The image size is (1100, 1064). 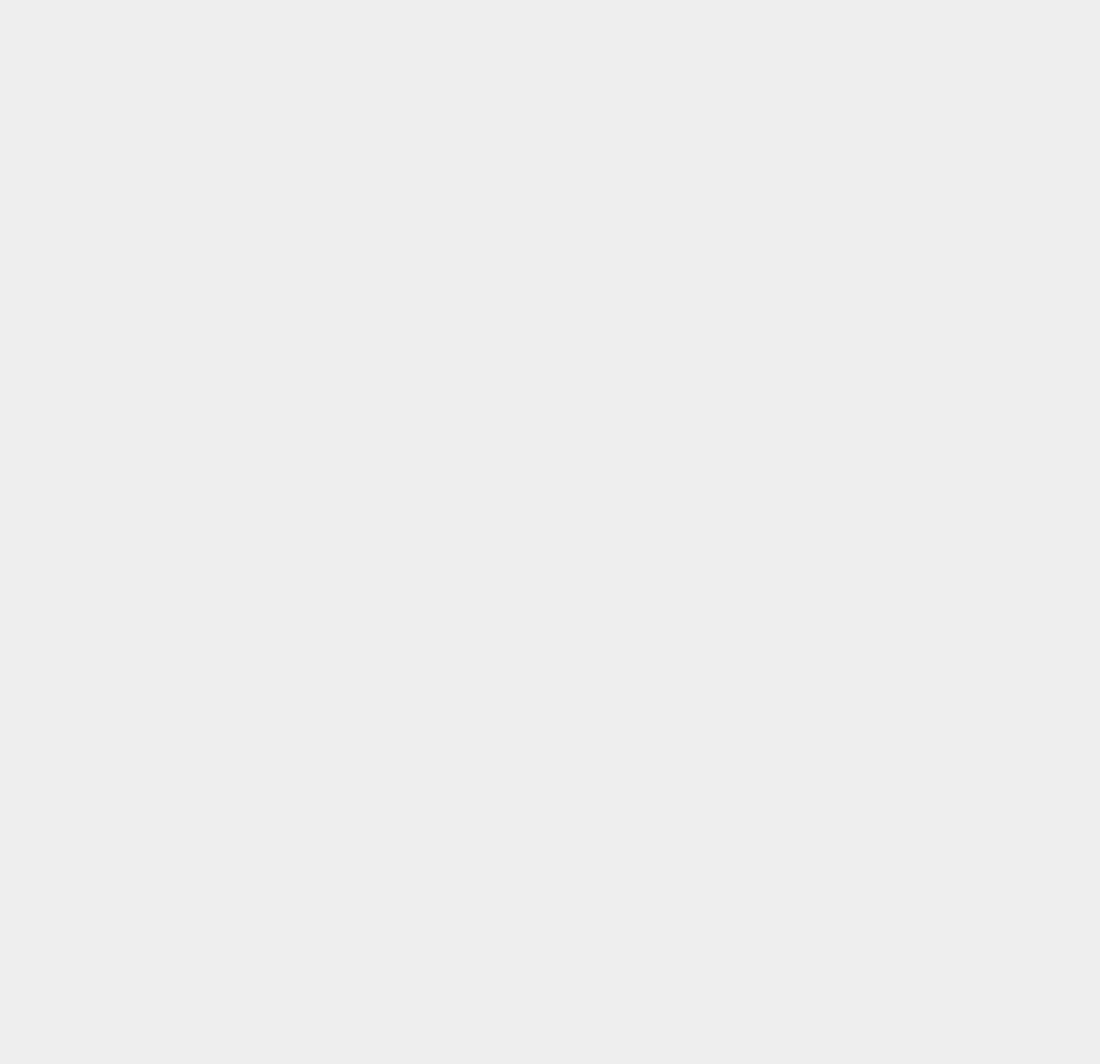 What do you see at coordinates (821, 799) in the screenshot?
I see `'Apple CarPlay'` at bounding box center [821, 799].